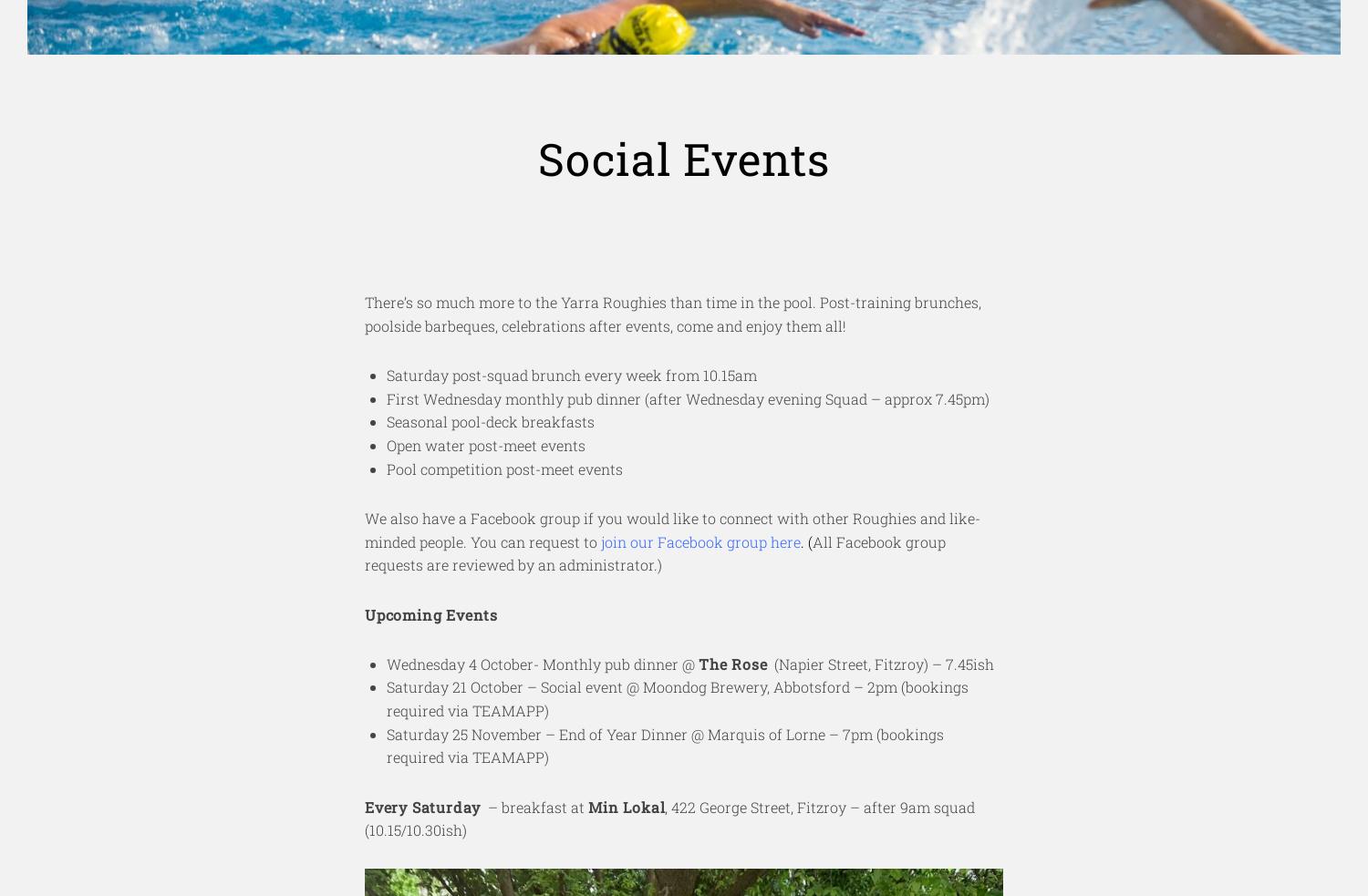  Describe the element at coordinates (688, 397) in the screenshot. I see `'First Wednesday monthly pub dinner (after Wednesday evening Squad – approx 7.45pm)'` at that location.